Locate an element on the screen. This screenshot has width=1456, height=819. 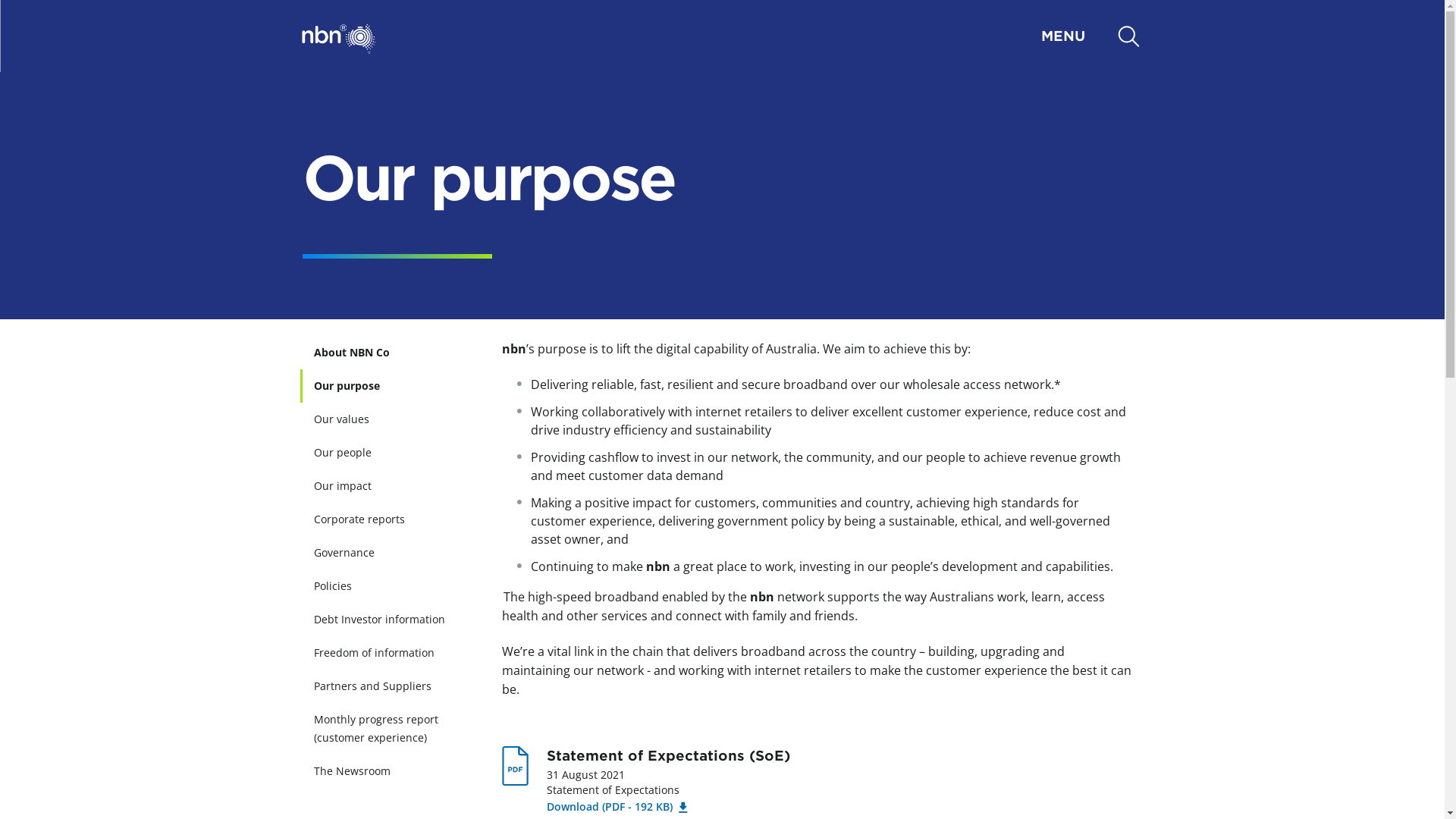
'Our people' is located at coordinates (302, 452).